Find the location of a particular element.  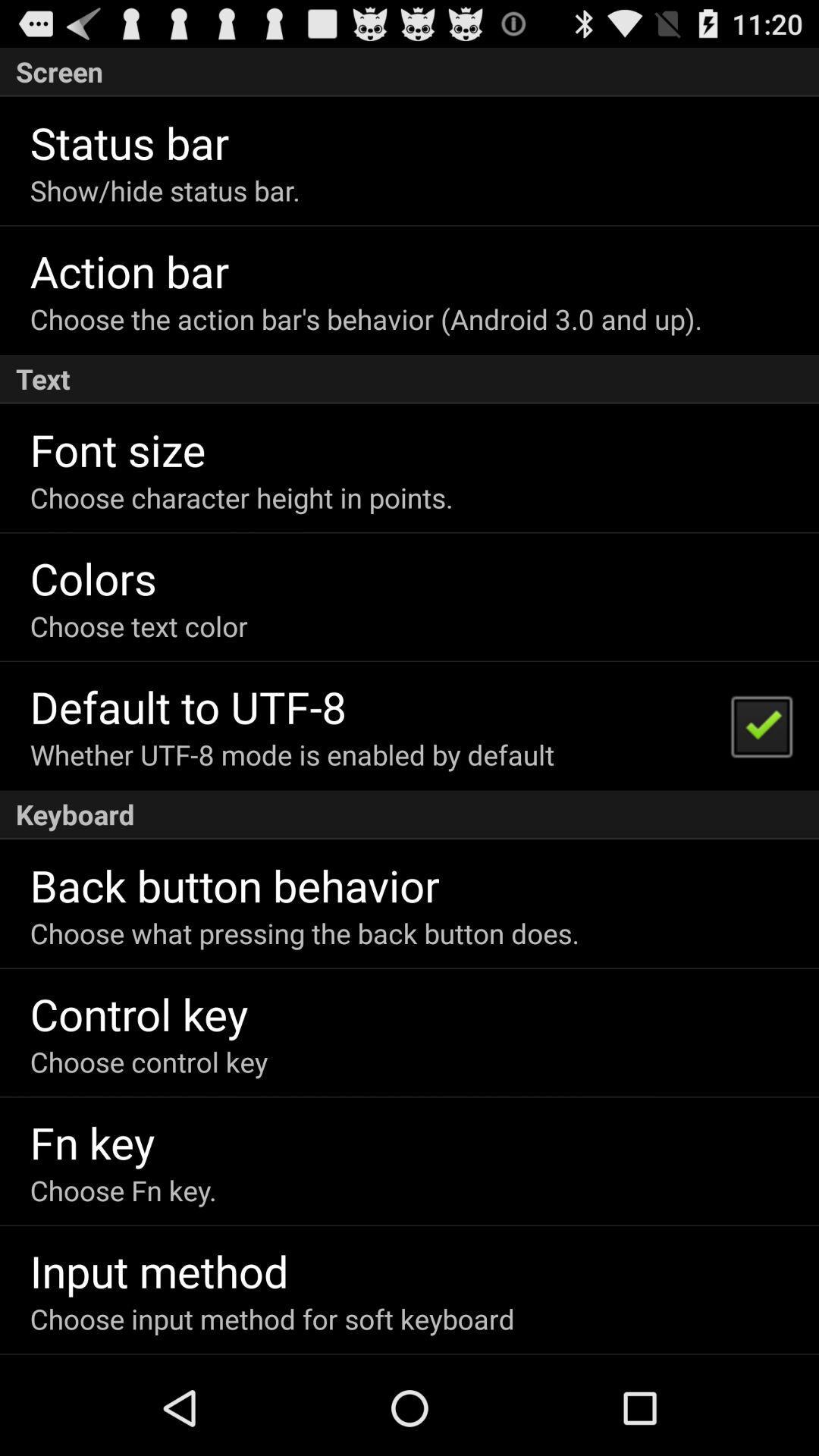

the item on the right is located at coordinates (761, 724).